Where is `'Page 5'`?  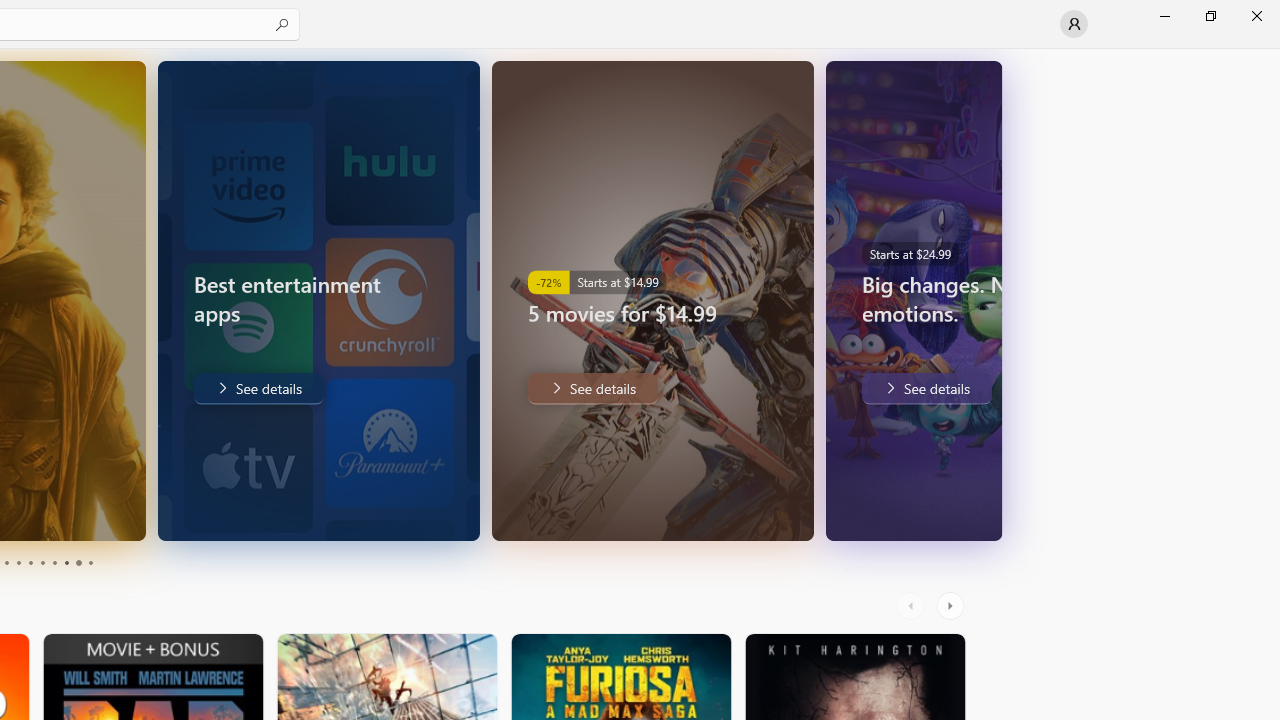 'Page 5' is located at coordinates (30, 563).